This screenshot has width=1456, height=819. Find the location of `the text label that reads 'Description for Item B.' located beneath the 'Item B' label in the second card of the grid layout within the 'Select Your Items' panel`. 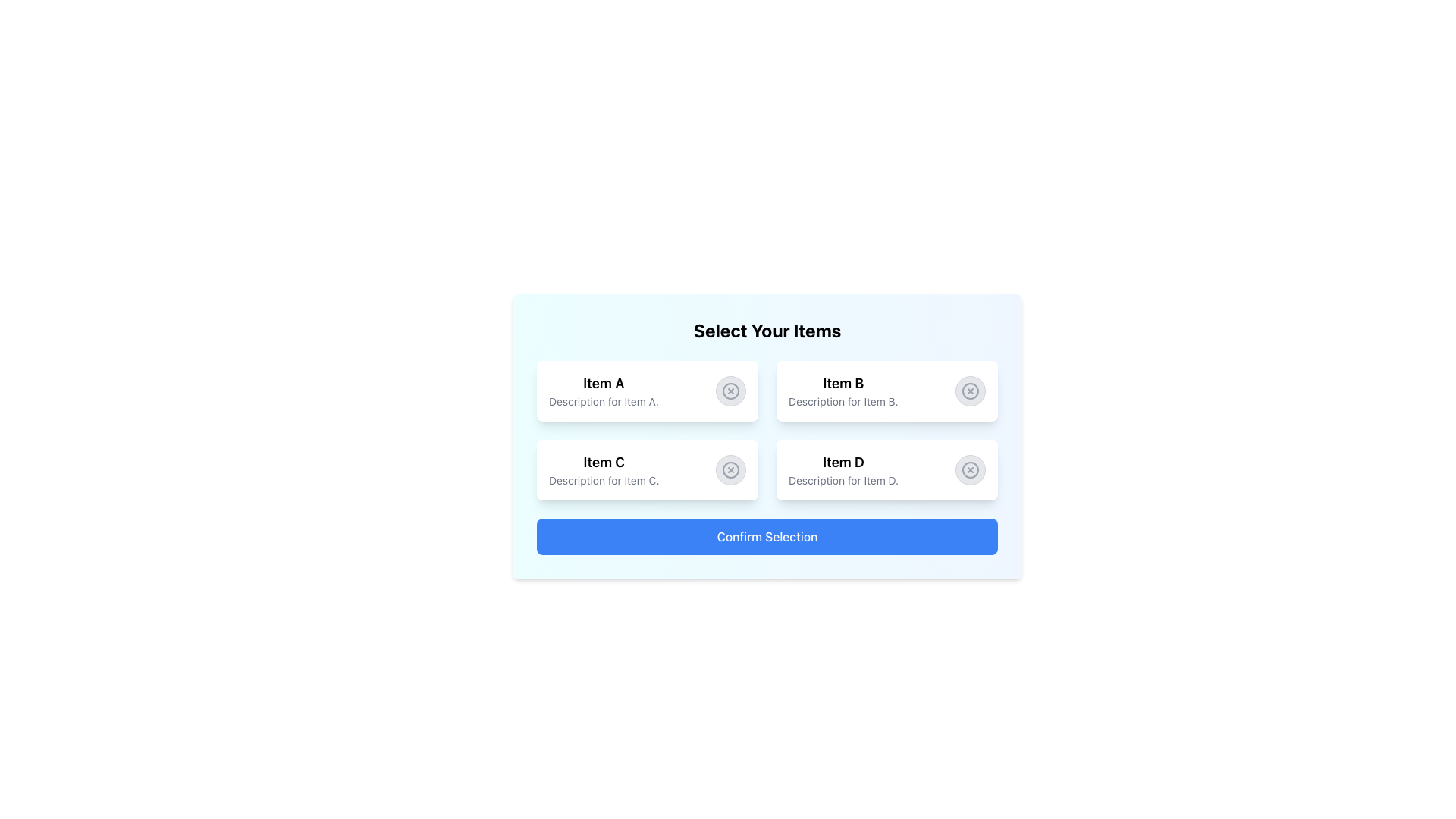

the text label that reads 'Description for Item B.' located beneath the 'Item B' label in the second card of the grid layout within the 'Select Your Items' panel is located at coordinates (843, 400).